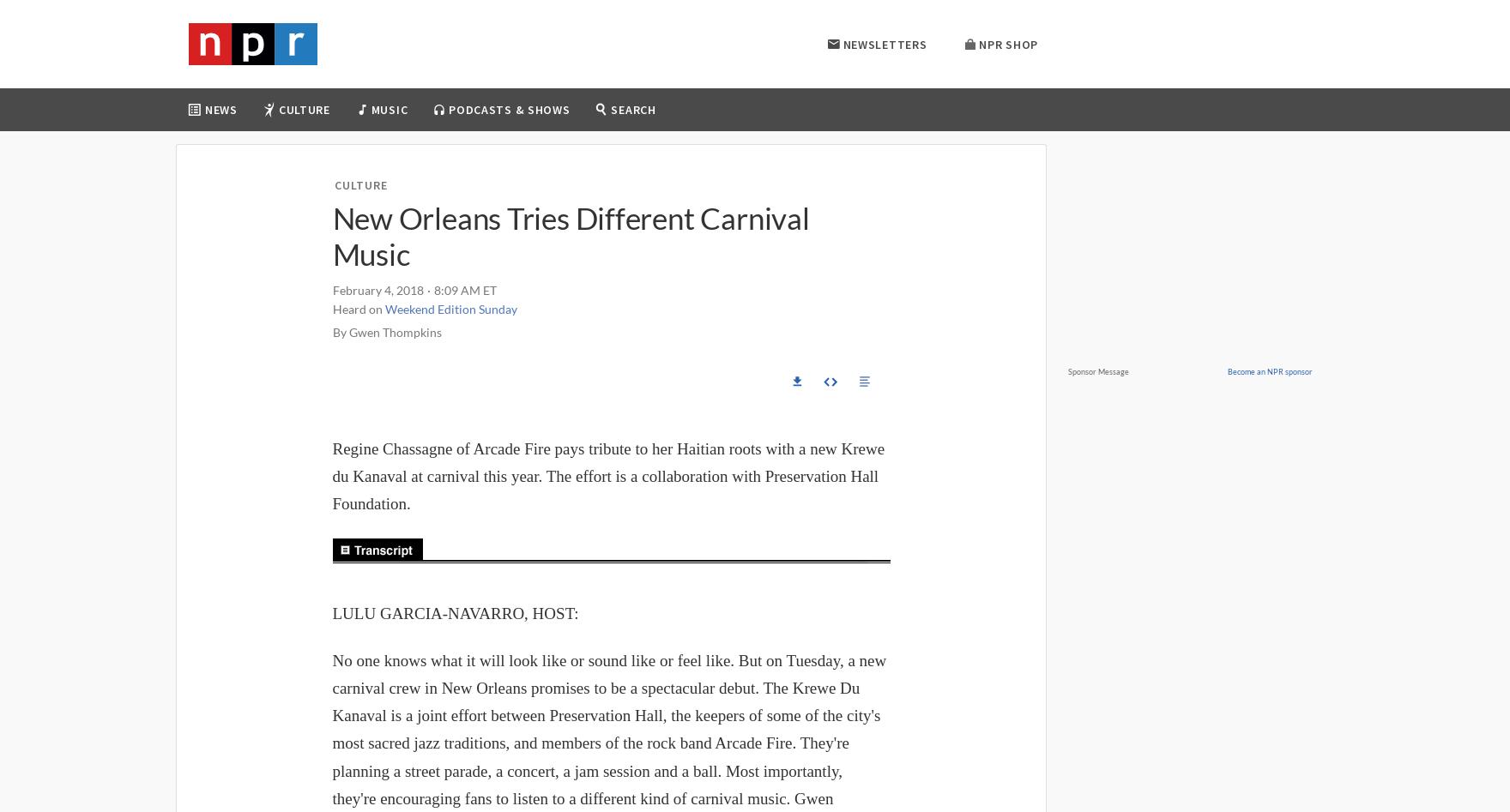 Image resolution: width=1510 pixels, height=812 pixels. What do you see at coordinates (438, 203) in the screenshot?
I see `'Pop Culture'` at bounding box center [438, 203].